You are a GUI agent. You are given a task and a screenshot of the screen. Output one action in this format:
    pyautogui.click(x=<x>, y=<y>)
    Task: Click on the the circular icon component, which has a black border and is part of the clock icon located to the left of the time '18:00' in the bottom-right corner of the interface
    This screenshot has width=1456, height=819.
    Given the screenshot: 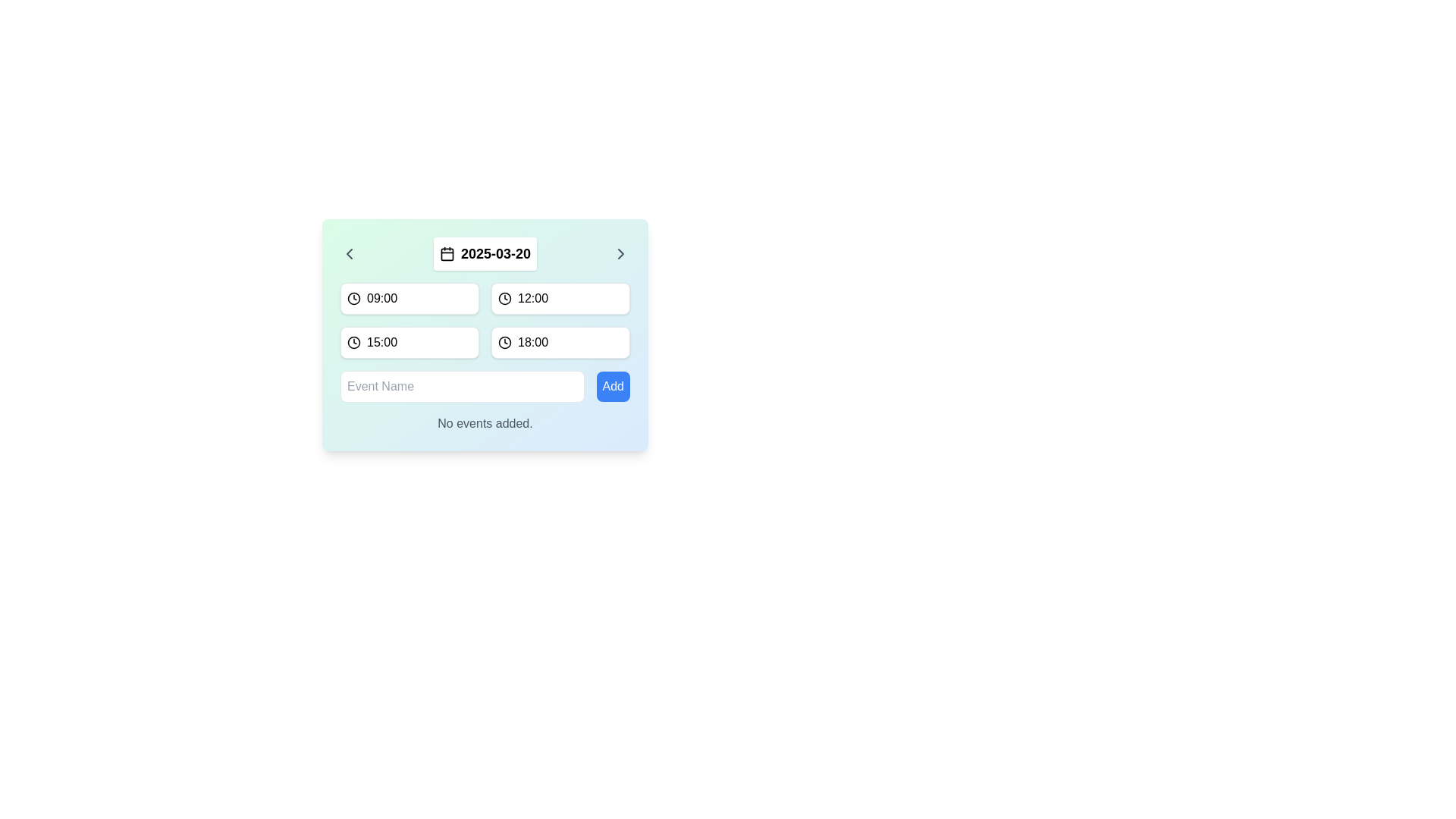 What is the action you would take?
    pyautogui.click(x=505, y=342)
    